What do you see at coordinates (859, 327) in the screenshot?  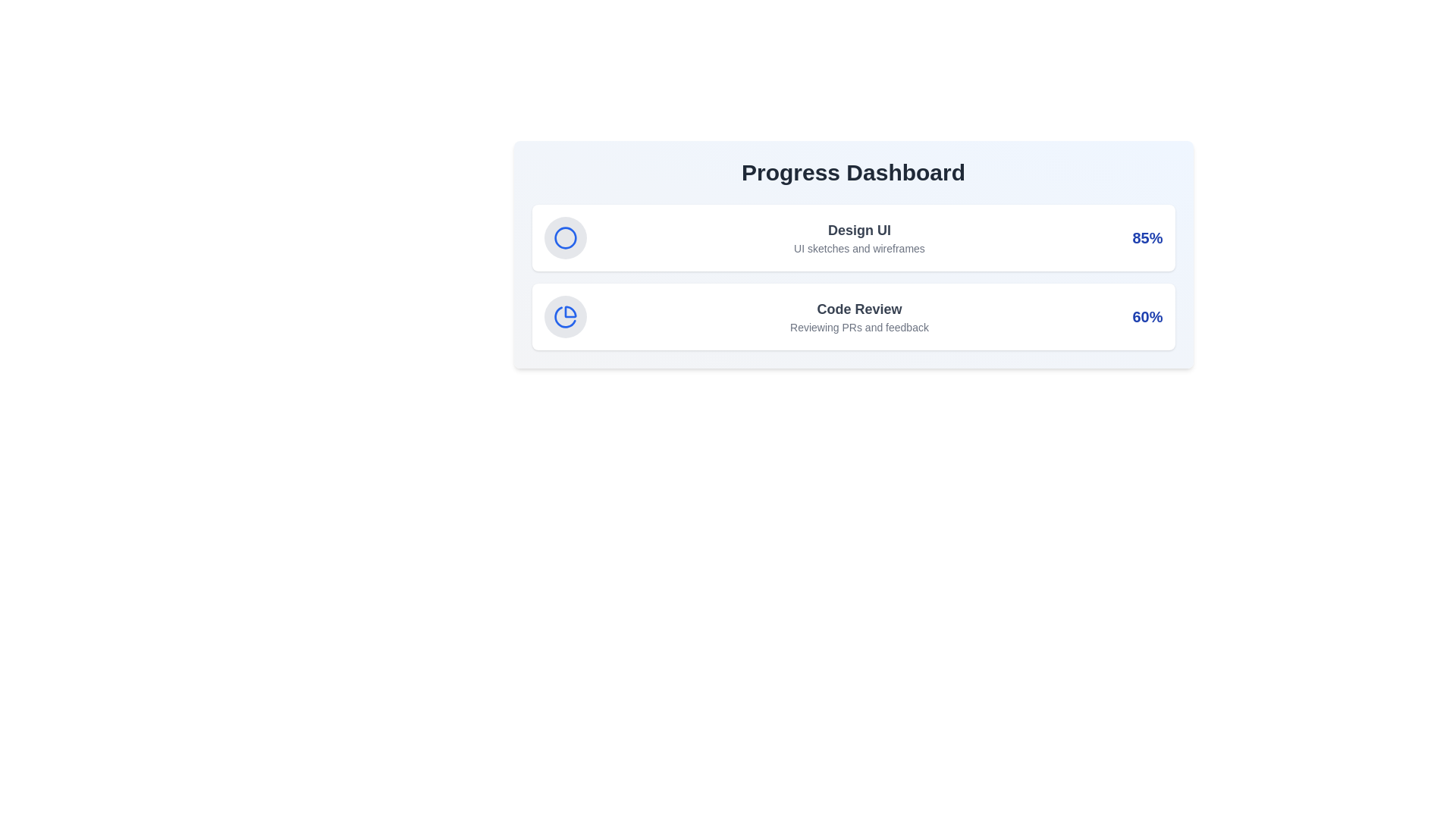 I see `description text block located directly beneath the 'Code Review' heading, which provides additional context for that section` at bounding box center [859, 327].